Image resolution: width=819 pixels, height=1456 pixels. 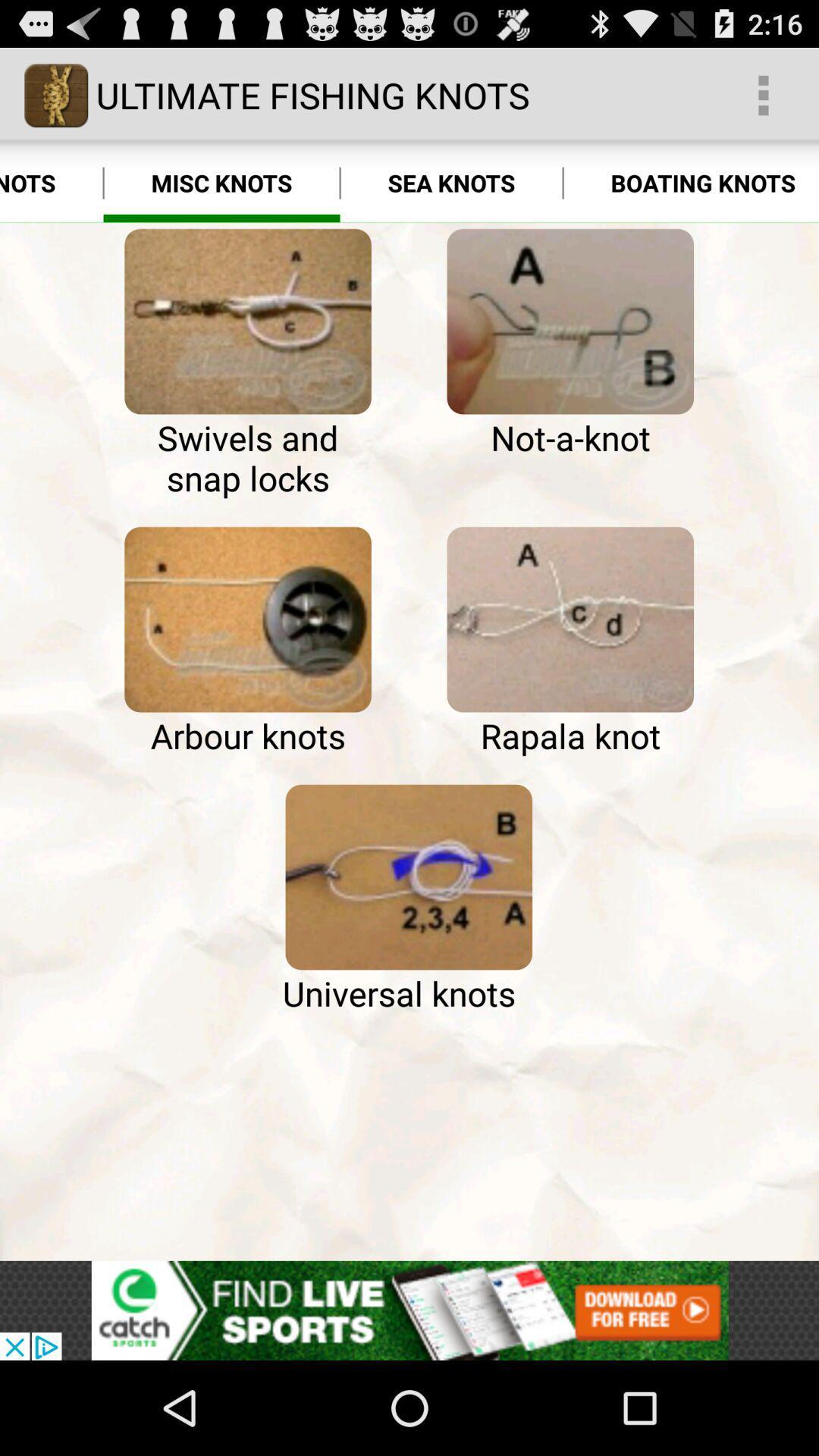 What do you see at coordinates (408, 877) in the screenshot?
I see `the universal knots option` at bounding box center [408, 877].